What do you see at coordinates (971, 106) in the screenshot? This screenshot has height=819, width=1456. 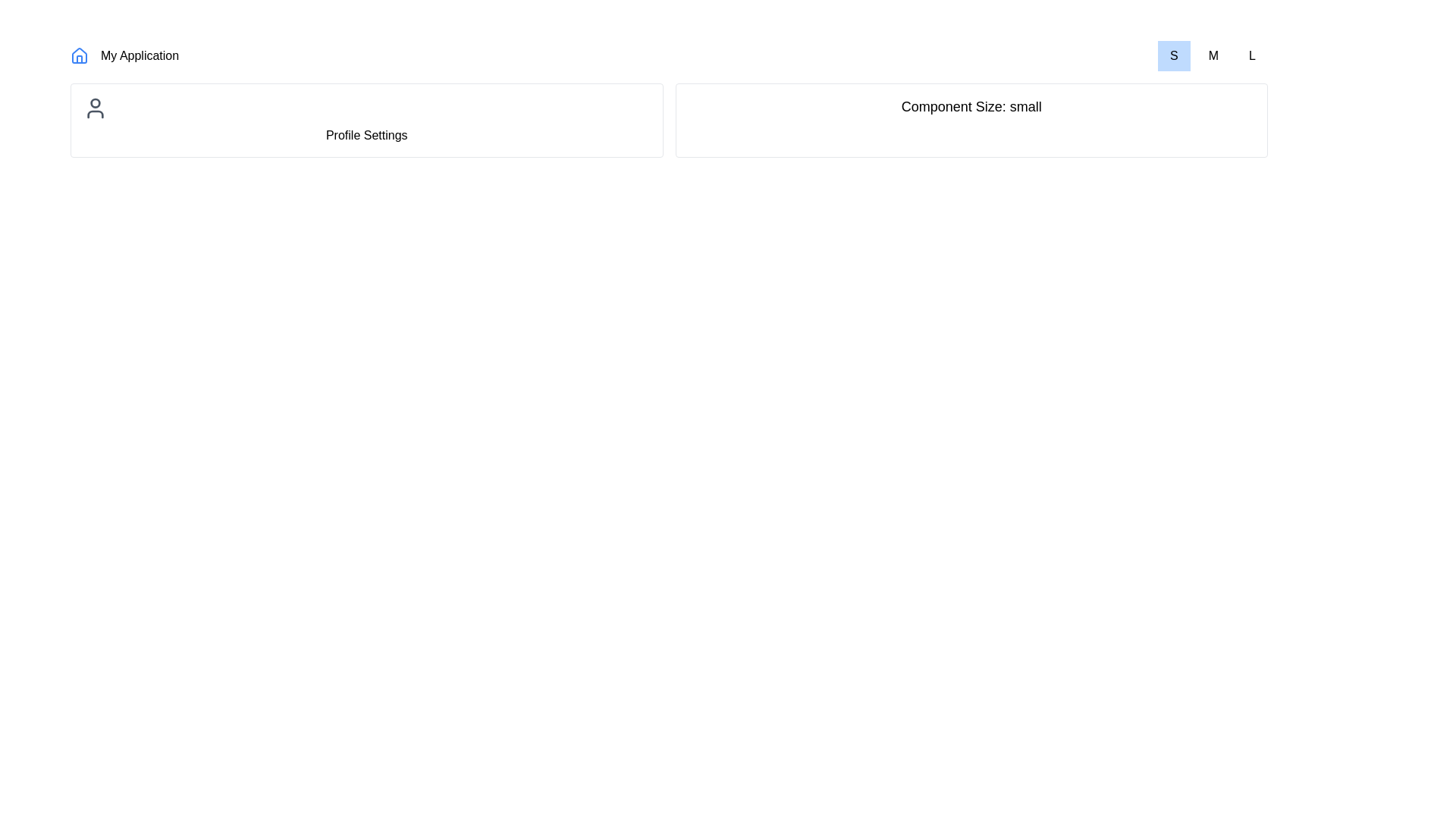 I see `the text label displaying 'Component Size: small'` at bounding box center [971, 106].